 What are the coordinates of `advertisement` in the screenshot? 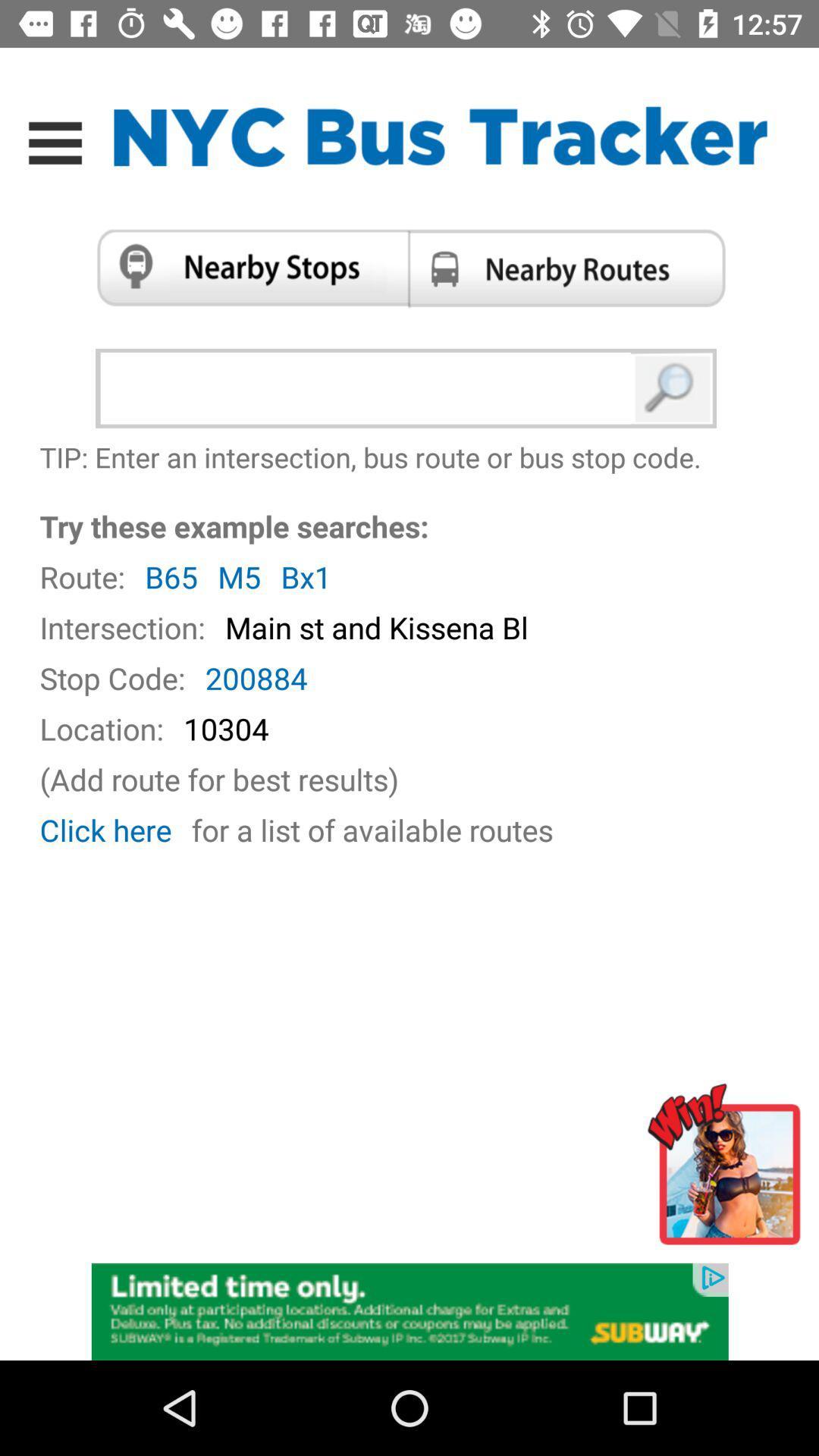 It's located at (728, 1170).